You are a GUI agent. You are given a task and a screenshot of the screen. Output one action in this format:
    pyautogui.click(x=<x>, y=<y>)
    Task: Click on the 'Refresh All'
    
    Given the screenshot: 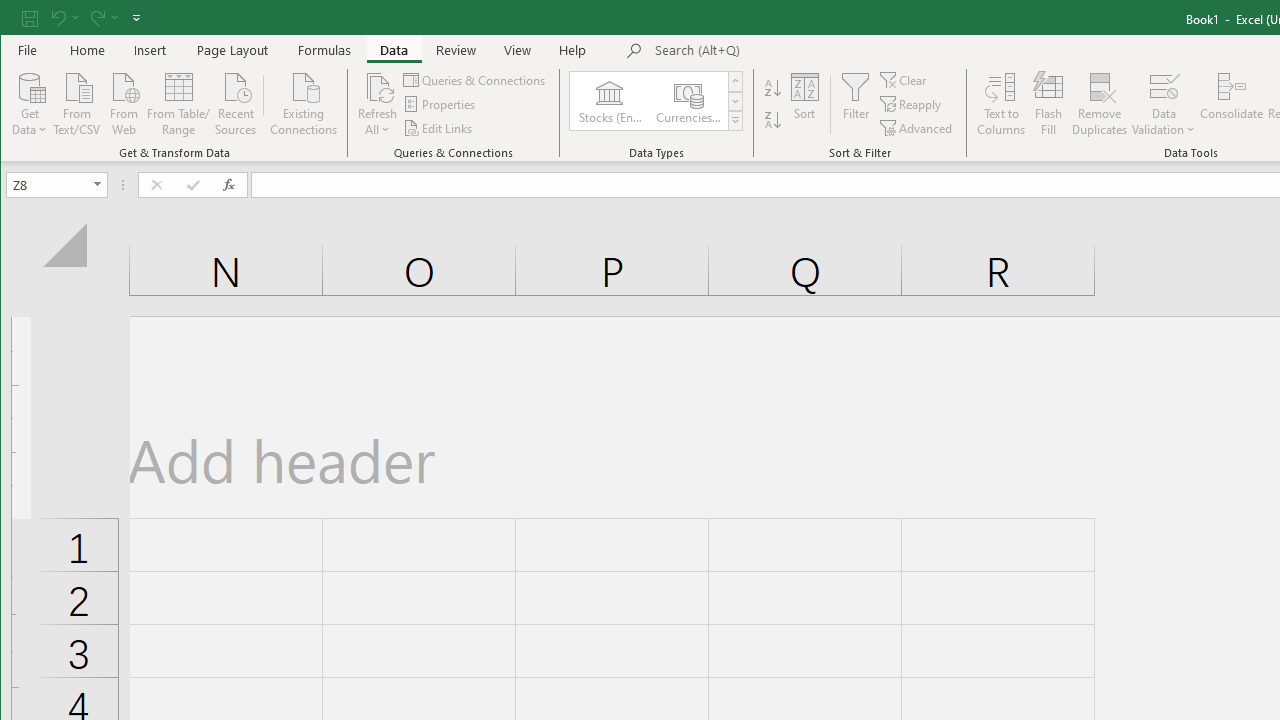 What is the action you would take?
    pyautogui.click(x=377, y=104)
    